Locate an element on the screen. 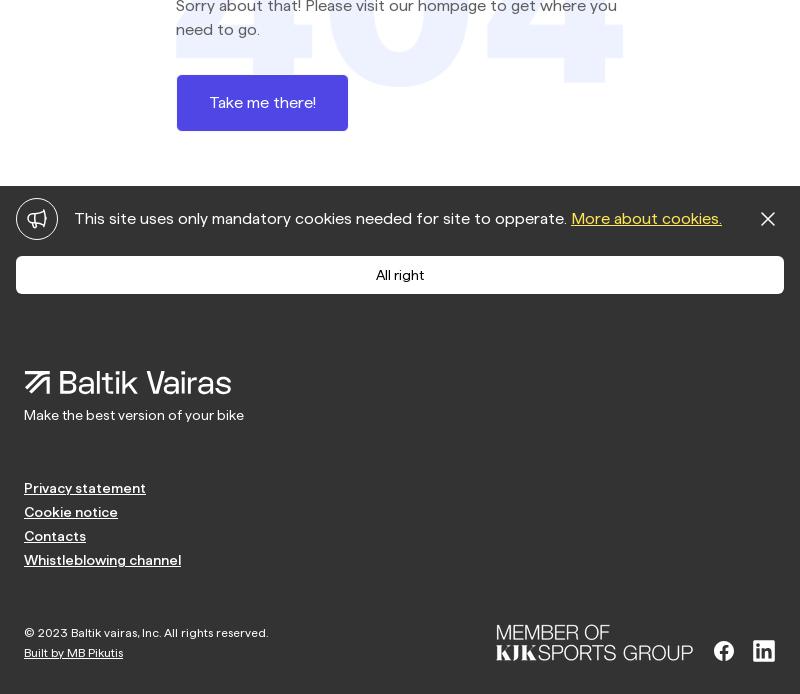  'Contacts' is located at coordinates (54, 534).